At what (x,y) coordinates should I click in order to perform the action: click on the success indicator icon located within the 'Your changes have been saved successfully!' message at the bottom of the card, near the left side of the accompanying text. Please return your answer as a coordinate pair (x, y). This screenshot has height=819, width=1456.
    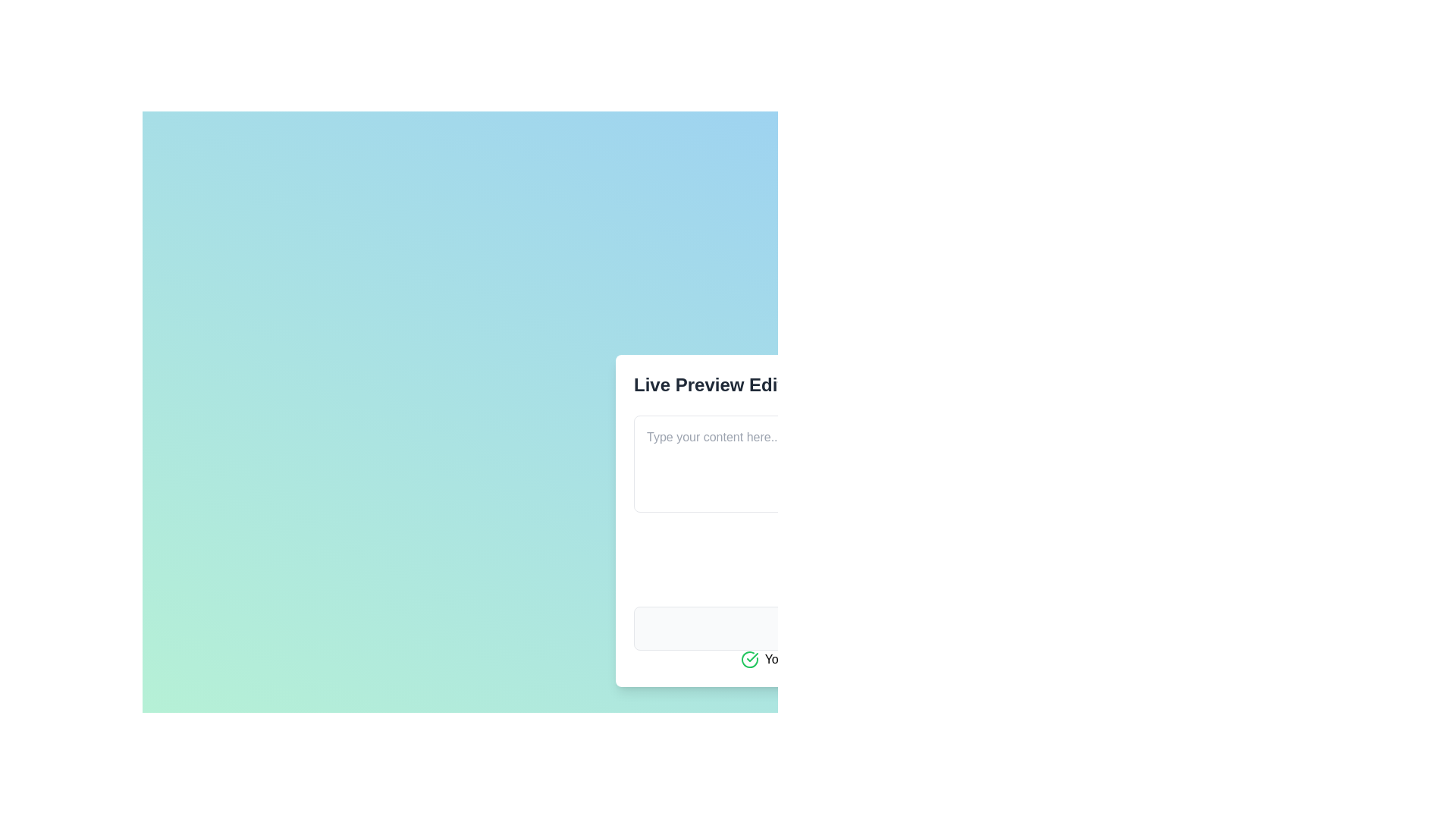
    Looking at the image, I should click on (749, 659).